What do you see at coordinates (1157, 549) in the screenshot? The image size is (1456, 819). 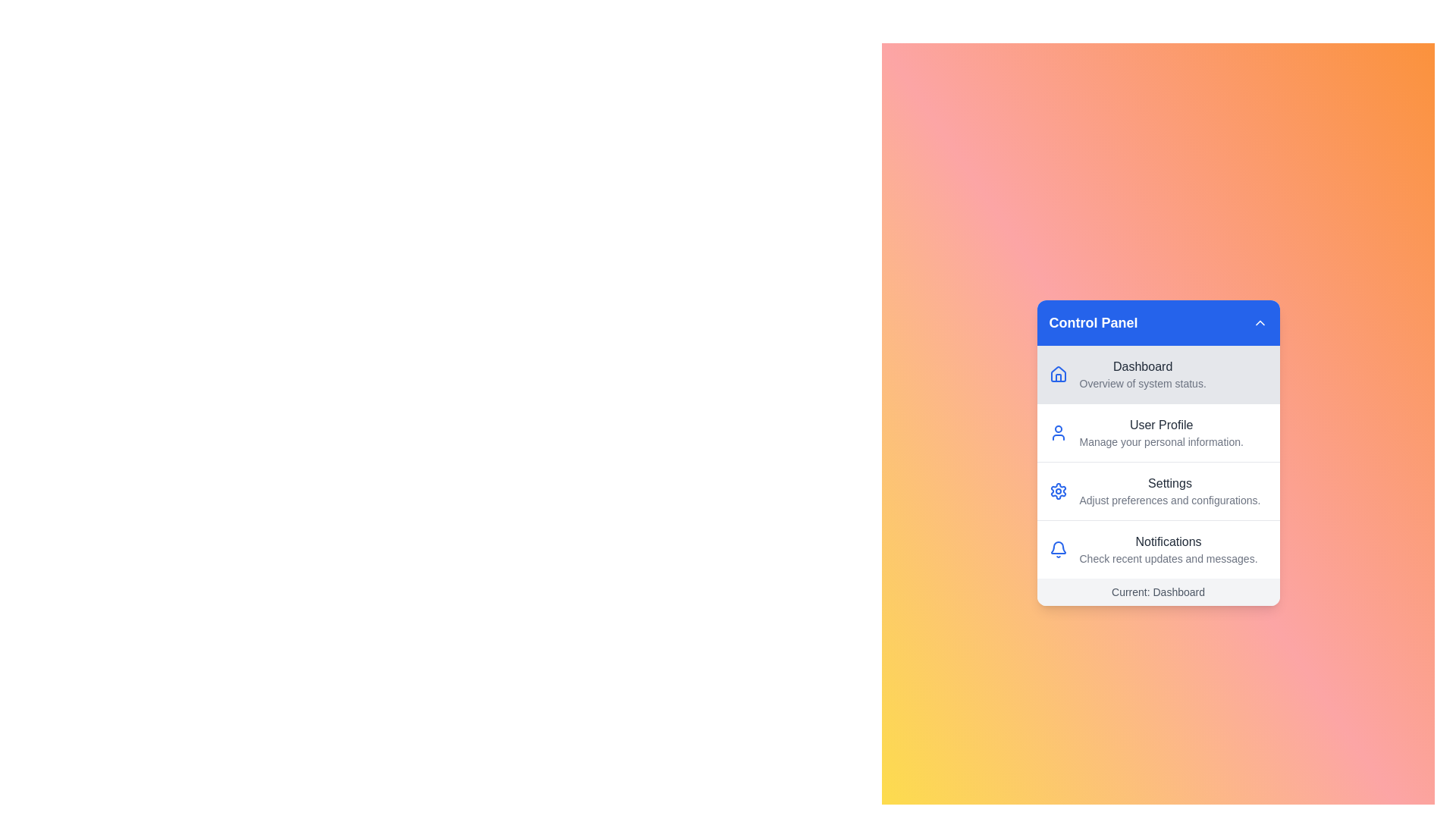 I see `the menu item Notifications to make it active` at bounding box center [1157, 549].